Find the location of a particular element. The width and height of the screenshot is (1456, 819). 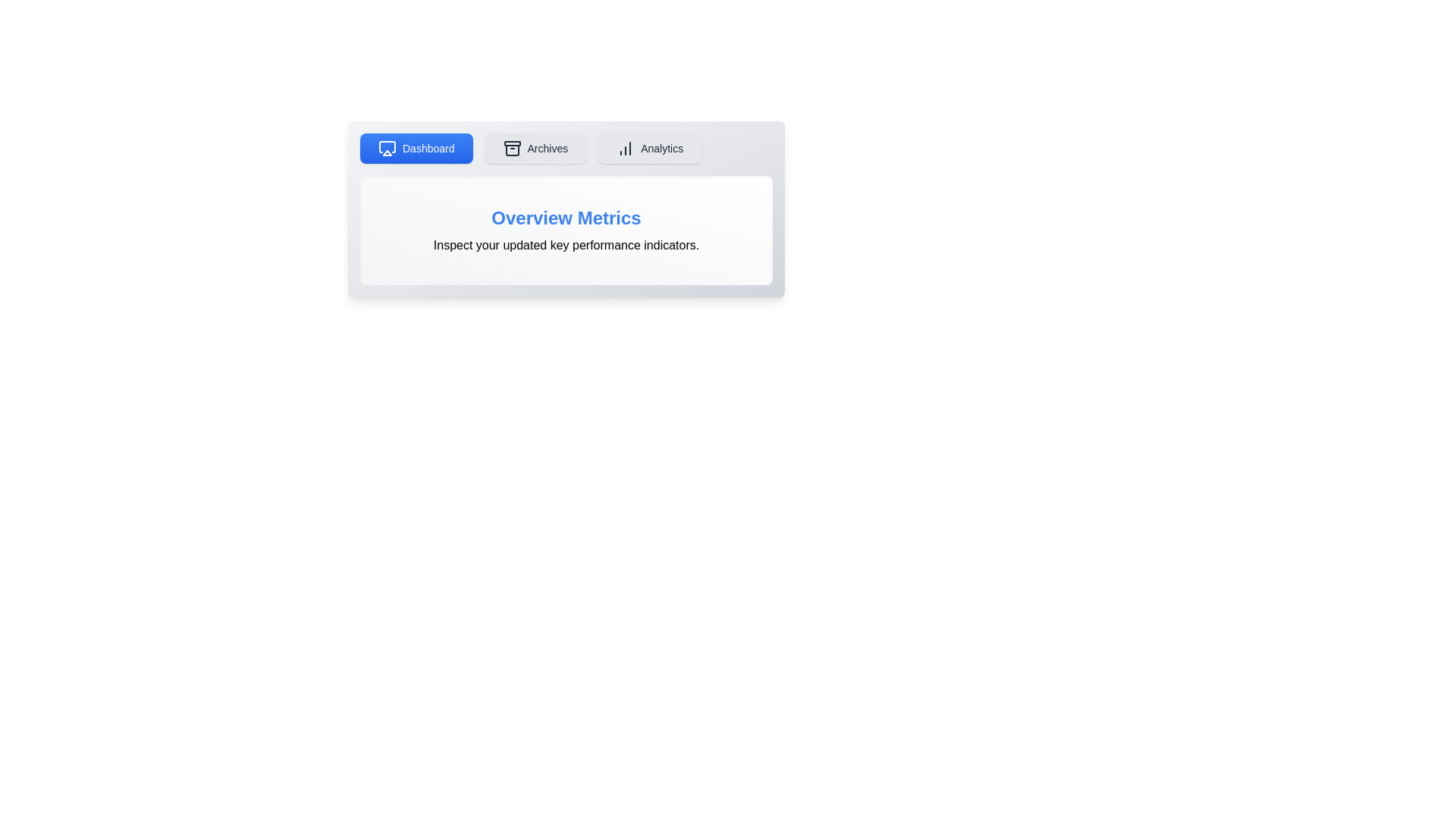

the button labeled Analytics to observe its hover effect is located at coordinates (650, 149).